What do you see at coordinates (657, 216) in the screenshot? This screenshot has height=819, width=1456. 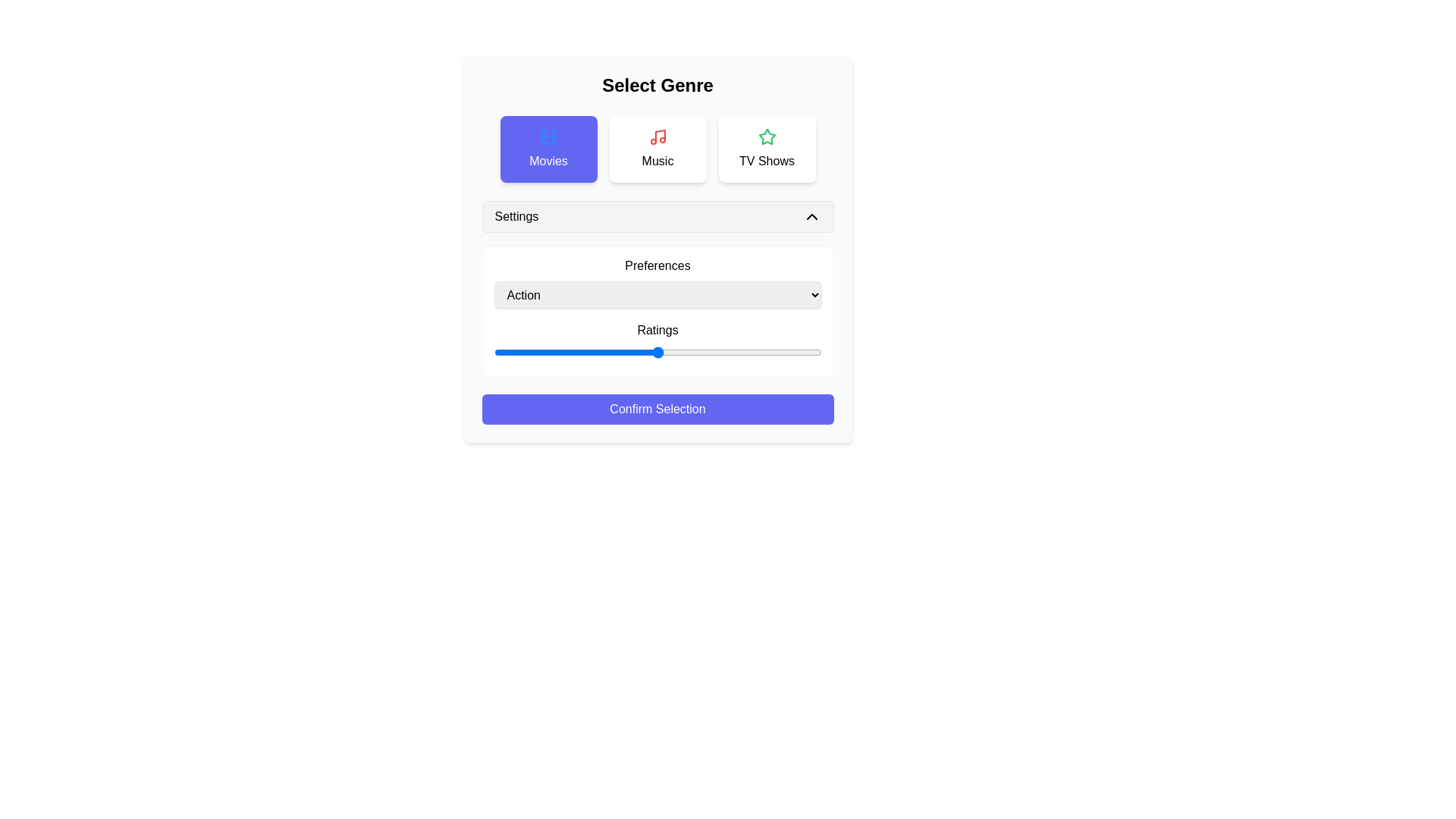 I see `the toggleable button located in the middle of the interface below the 'Movies' section` at bounding box center [657, 216].